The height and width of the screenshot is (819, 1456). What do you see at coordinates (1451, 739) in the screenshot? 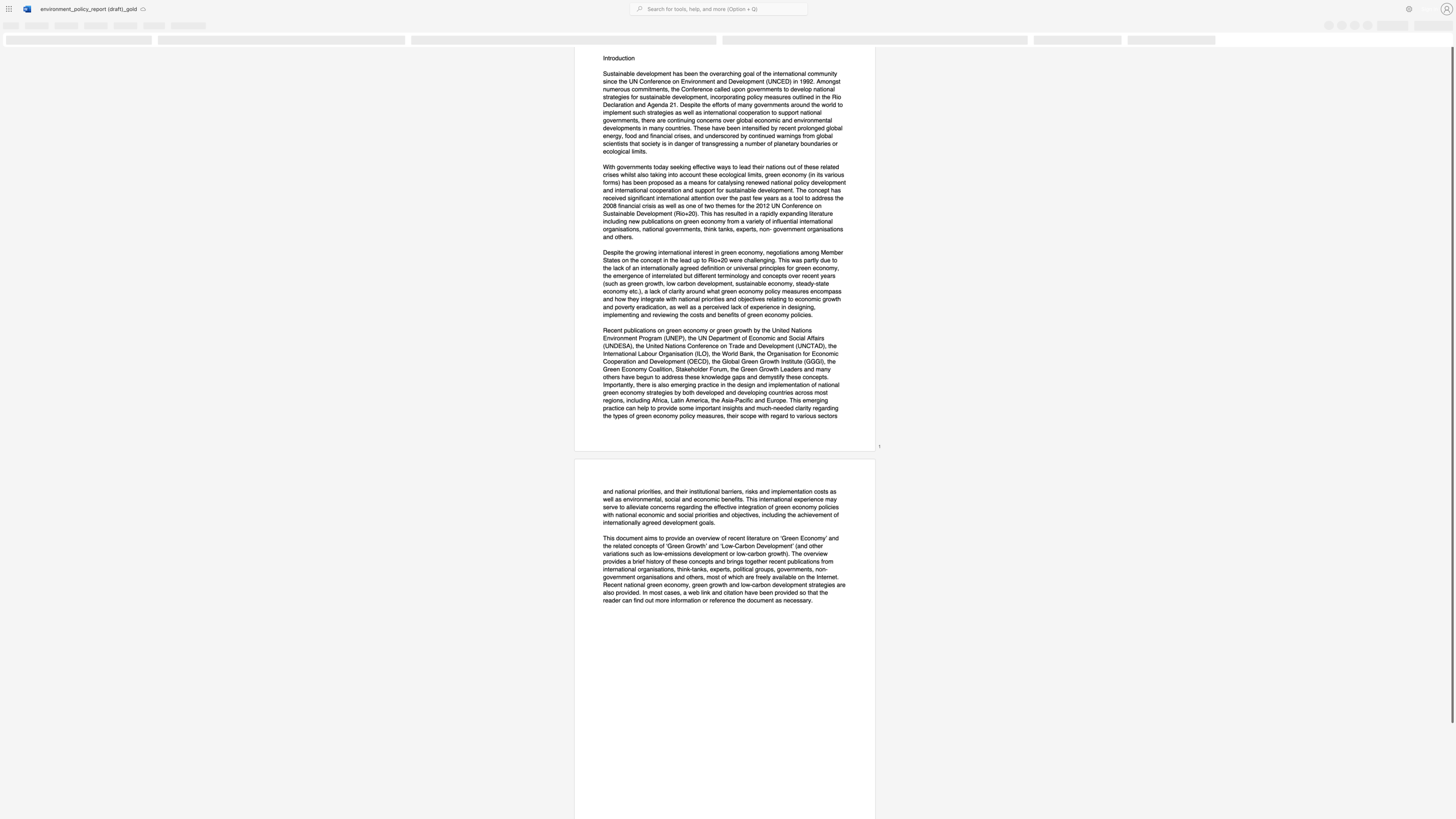
I see `the scrollbar on the right side to scroll the page down` at bounding box center [1451, 739].